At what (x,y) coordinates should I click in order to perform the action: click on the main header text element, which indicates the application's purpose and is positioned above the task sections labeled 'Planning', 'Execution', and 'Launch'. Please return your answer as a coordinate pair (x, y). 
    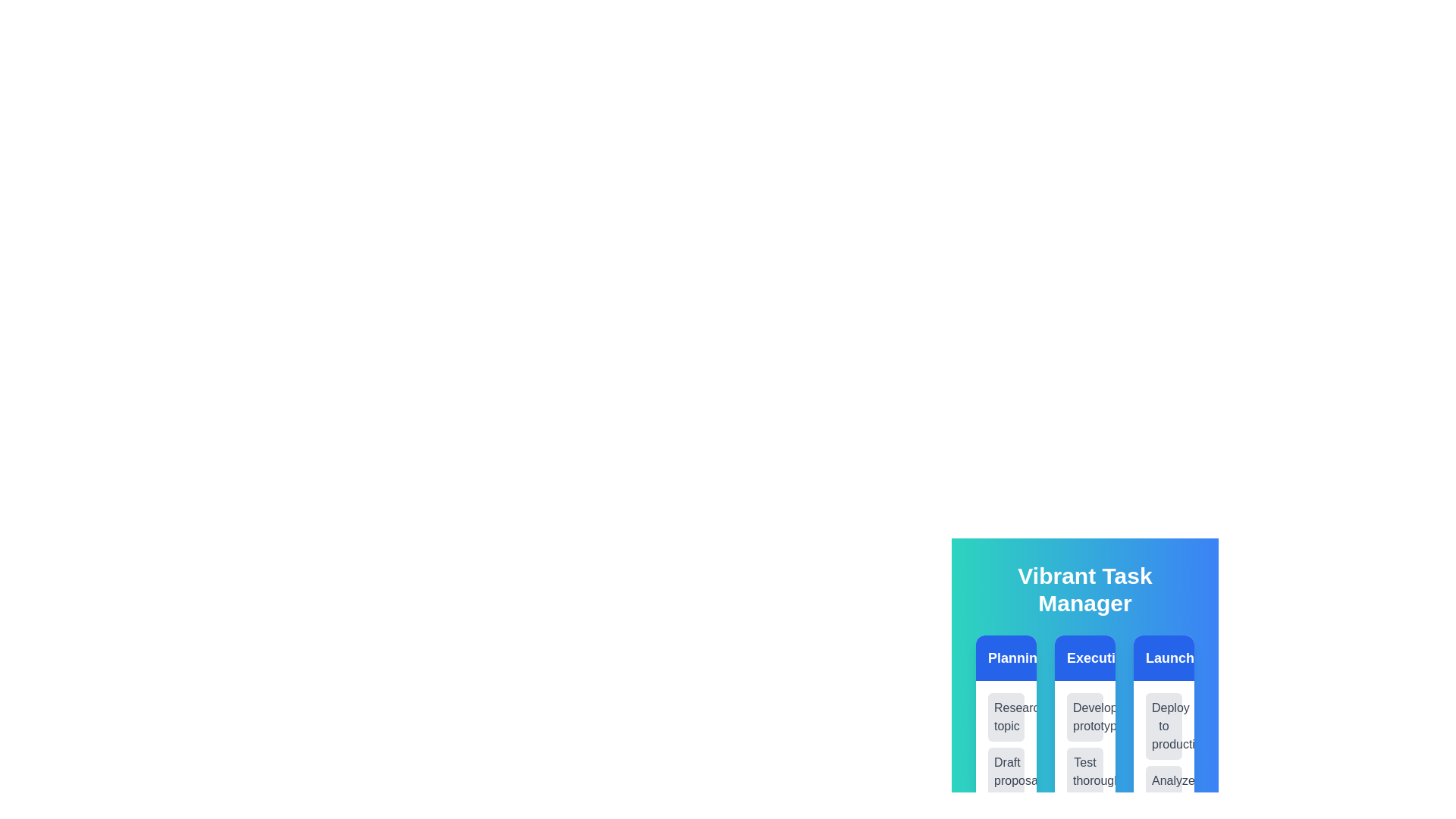
    Looking at the image, I should click on (1084, 589).